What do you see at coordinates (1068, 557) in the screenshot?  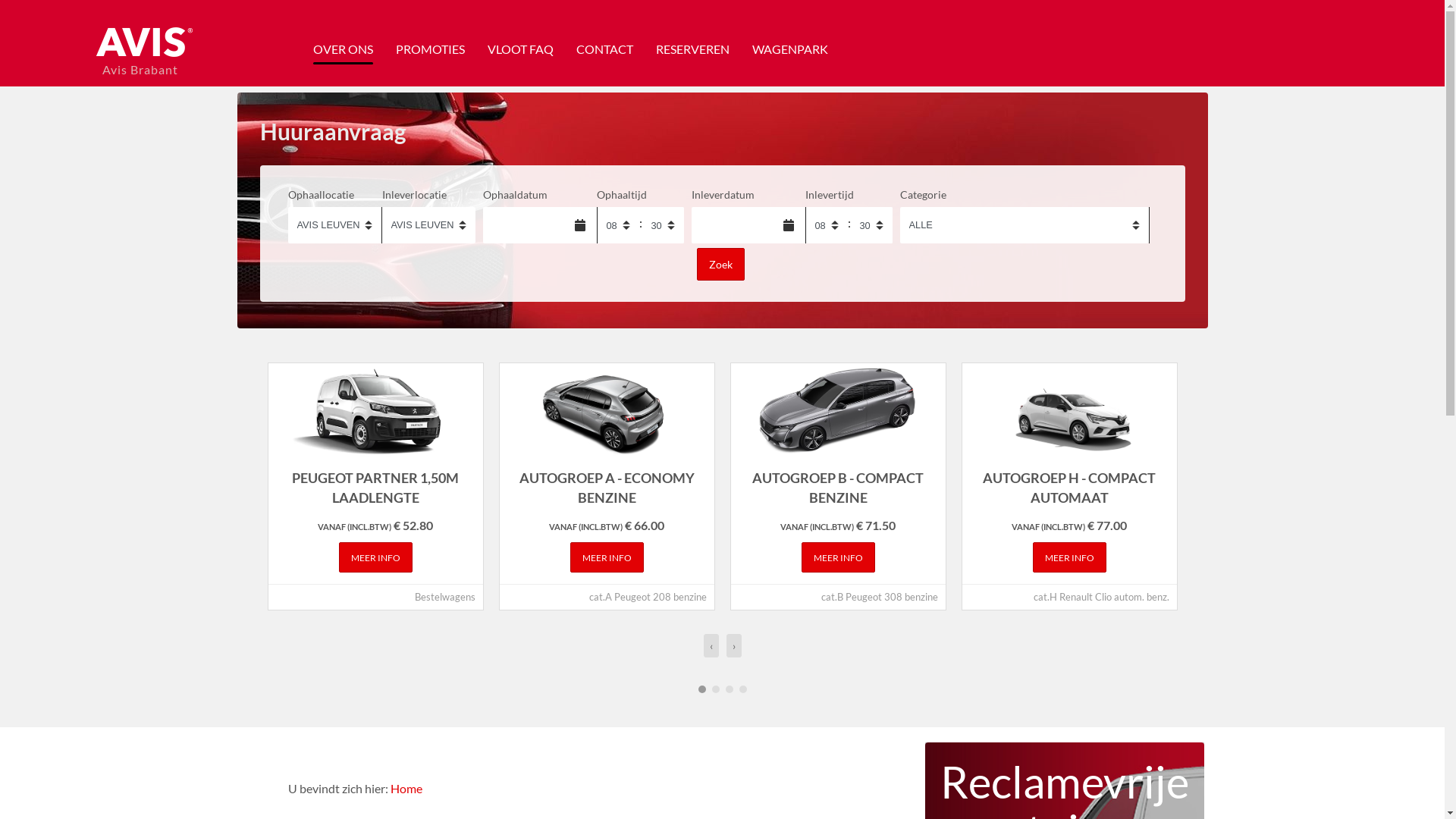 I see `'MEER INFO'` at bounding box center [1068, 557].